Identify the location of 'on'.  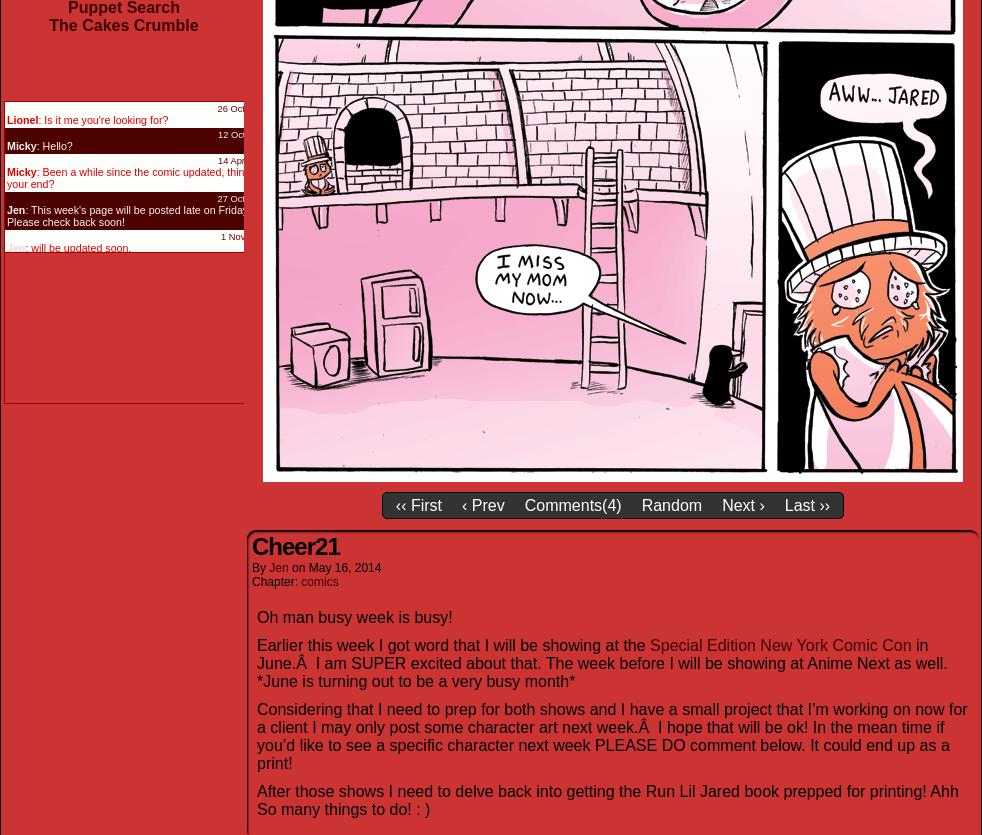
(300, 566).